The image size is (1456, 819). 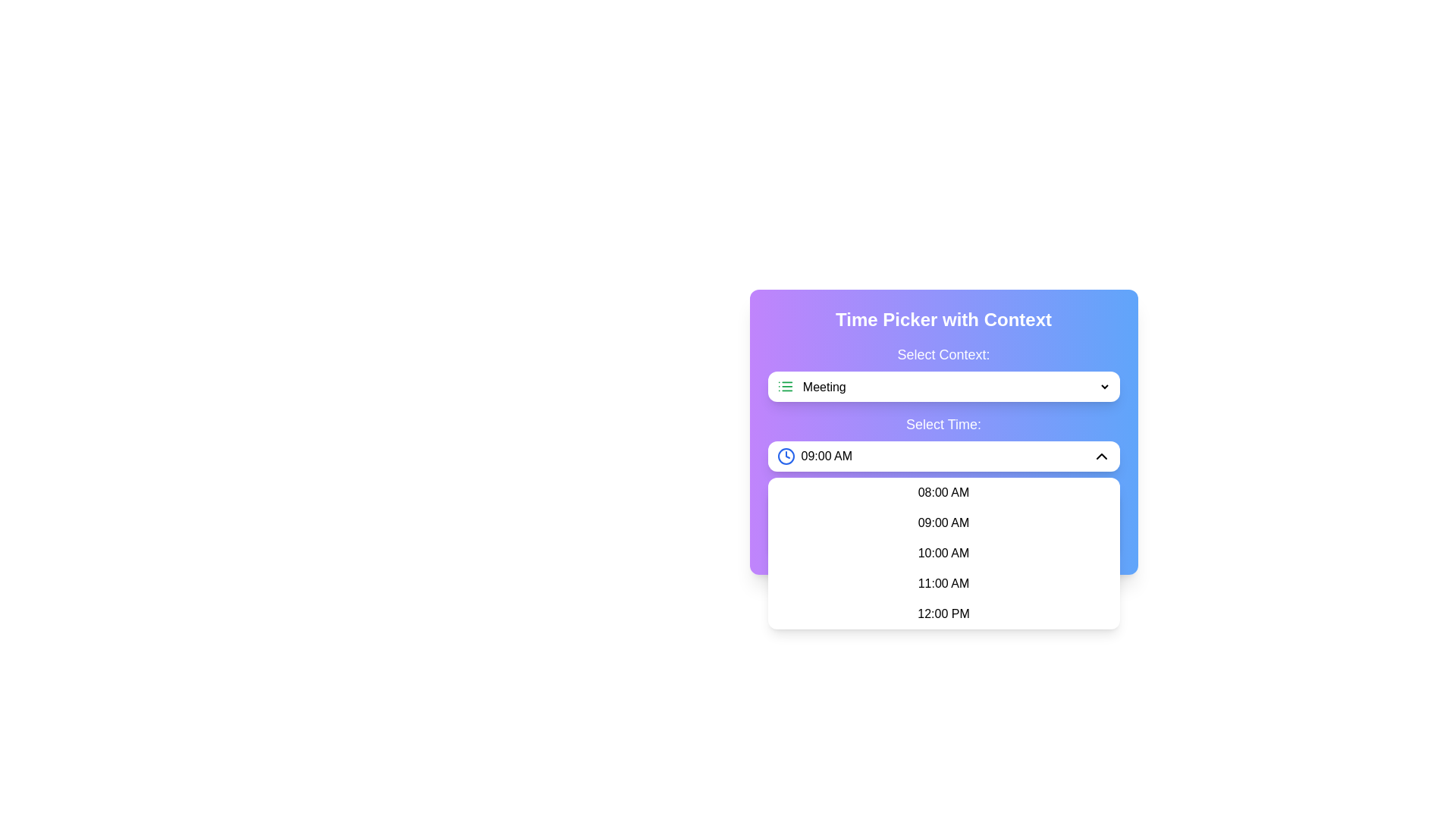 What do you see at coordinates (943, 533) in the screenshot?
I see `displayed time from the text label showing 'Selected Time: 09:00 AM', which is styled in bold dark gray font` at bounding box center [943, 533].